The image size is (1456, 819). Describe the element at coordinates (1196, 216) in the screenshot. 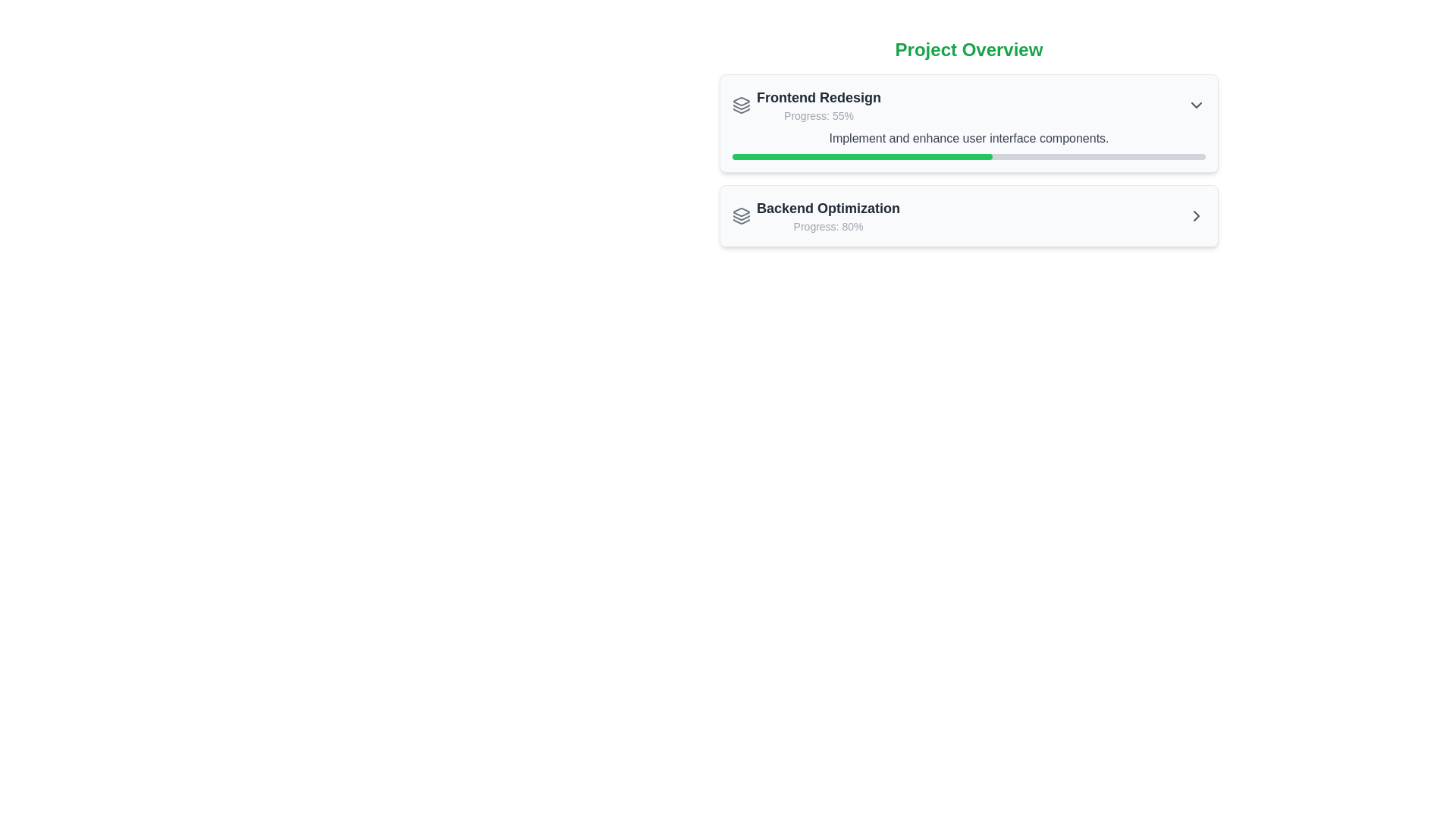

I see `the chevron icon button located at the far-right of the 'Backend Optimization' section` at that location.